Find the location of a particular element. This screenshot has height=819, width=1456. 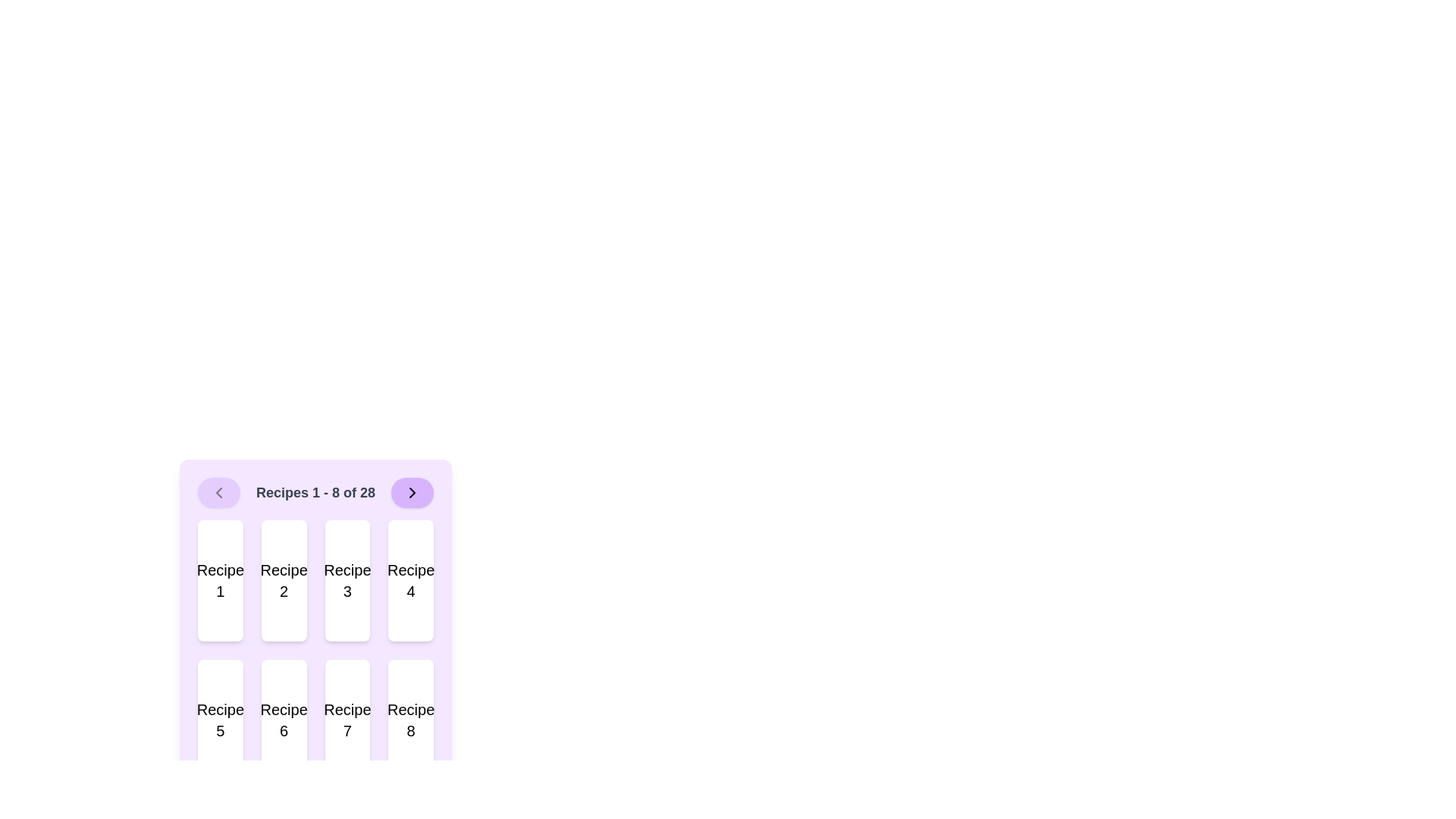

the grid item representing 'Recipe 2' is located at coordinates (284, 580).